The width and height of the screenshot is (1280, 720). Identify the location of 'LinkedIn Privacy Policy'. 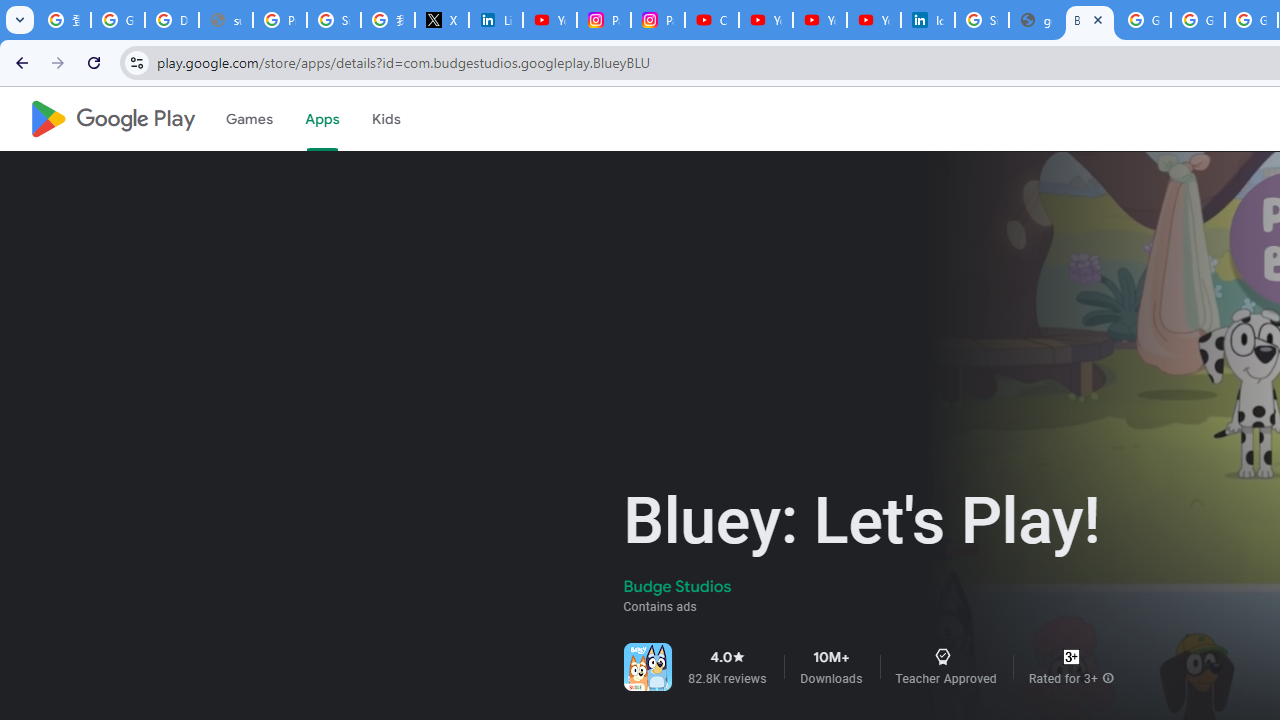
(496, 20).